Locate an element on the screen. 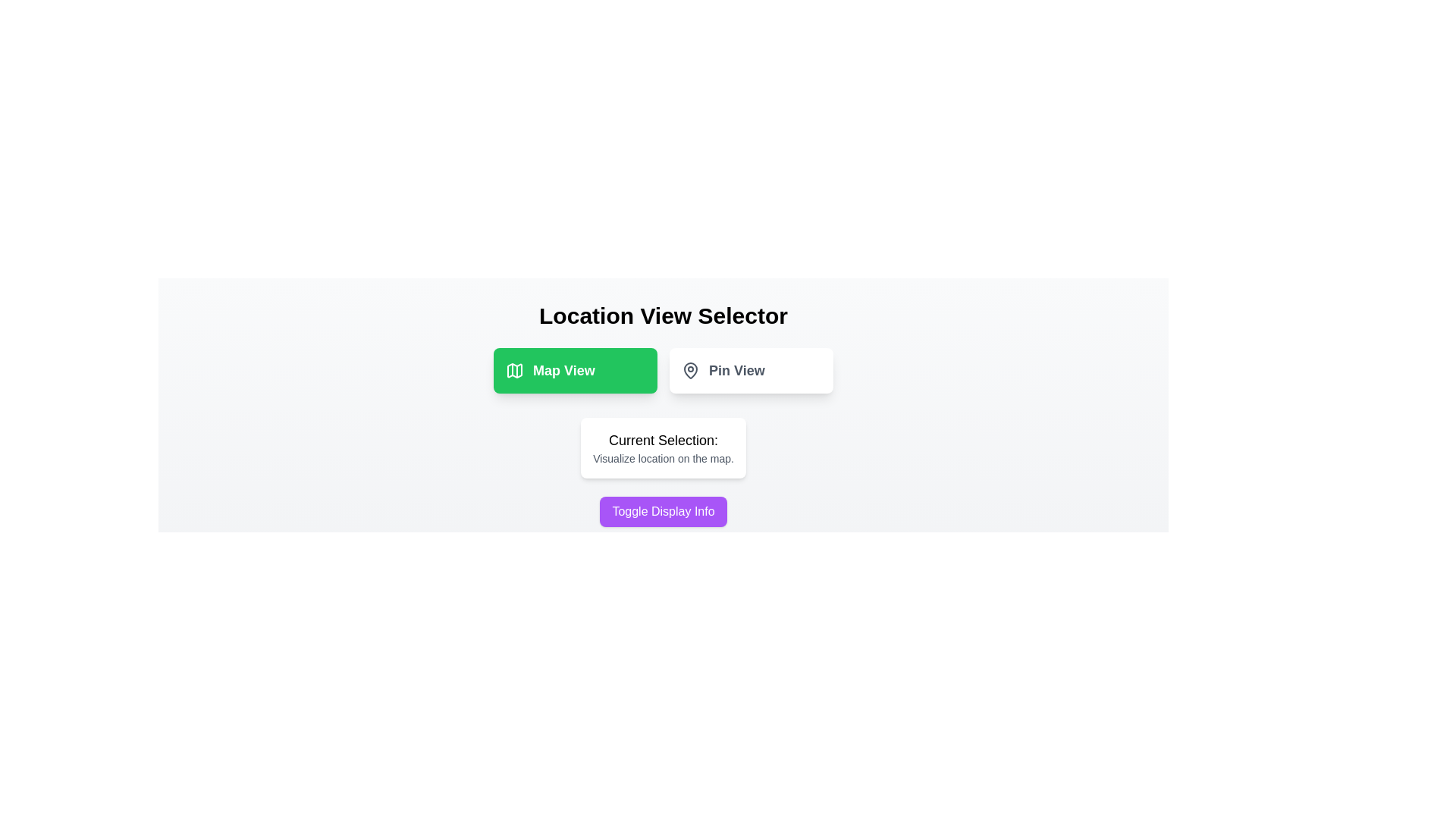 The image size is (1456, 819). 'Toggle Display Info' button to toggle the visibility of the information box is located at coordinates (663, 512).